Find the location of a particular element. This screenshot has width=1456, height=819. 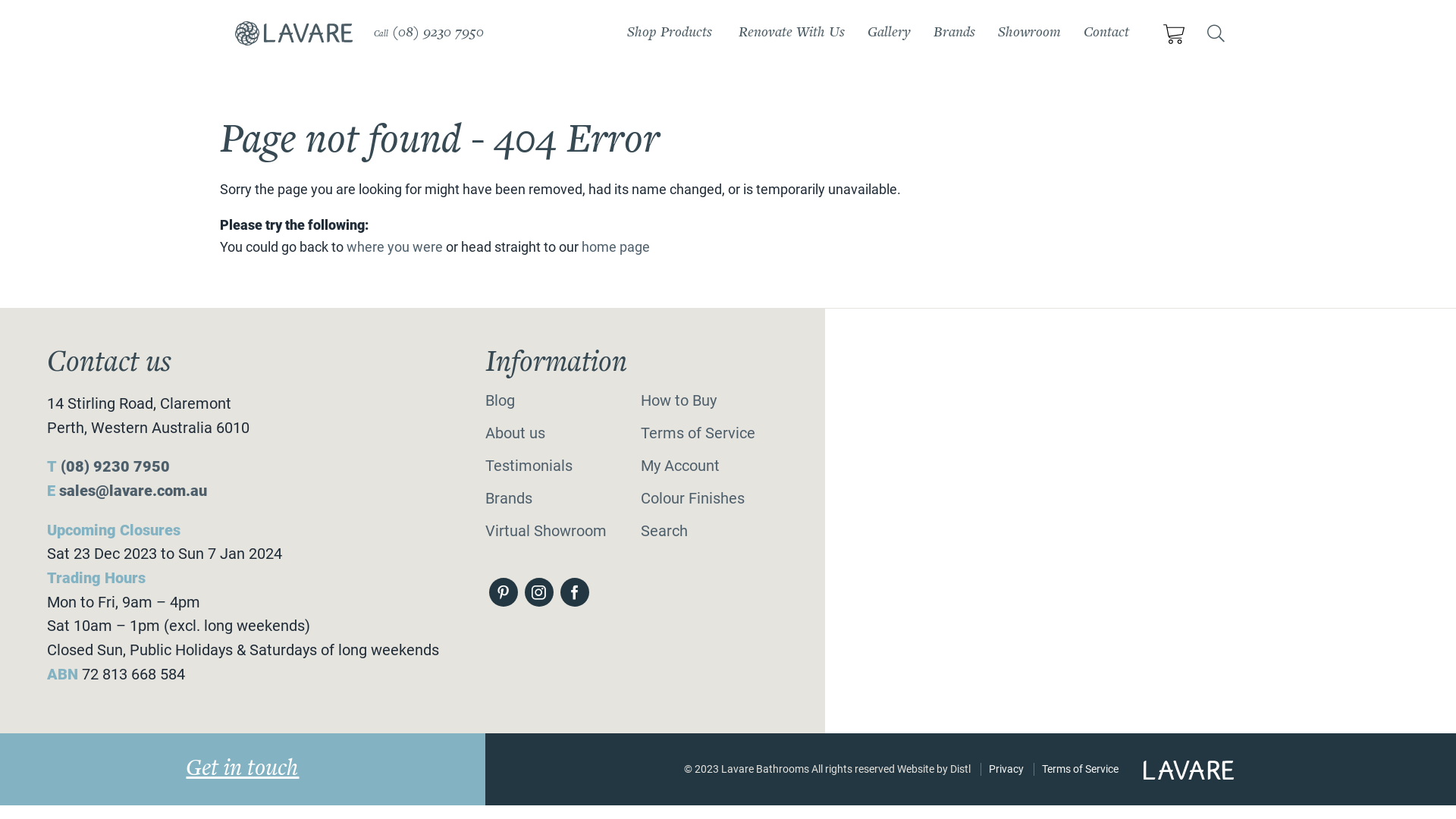

'Terms of Service' is located at coordinates (1079, 769).